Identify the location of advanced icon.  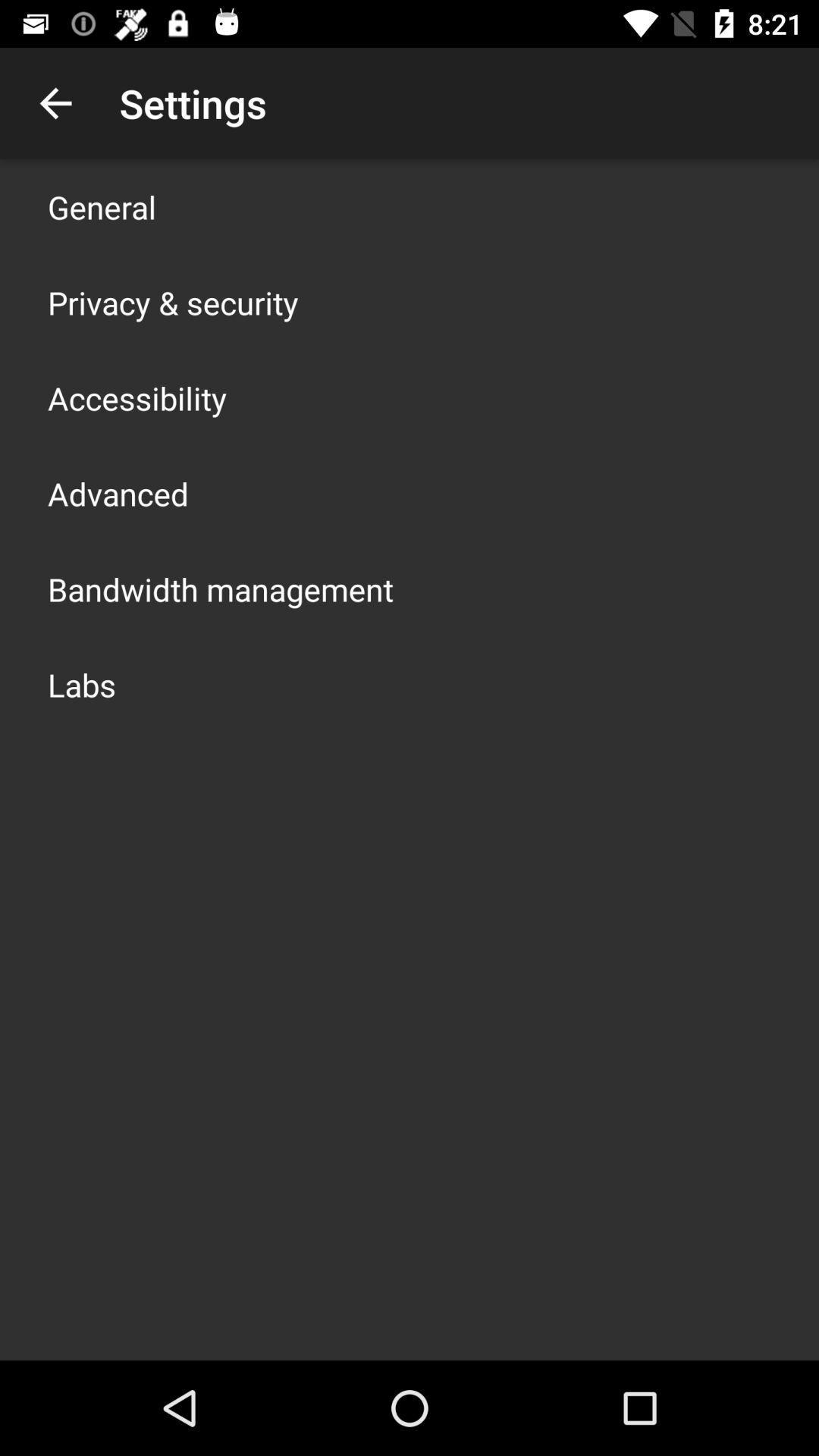
(117, 494).